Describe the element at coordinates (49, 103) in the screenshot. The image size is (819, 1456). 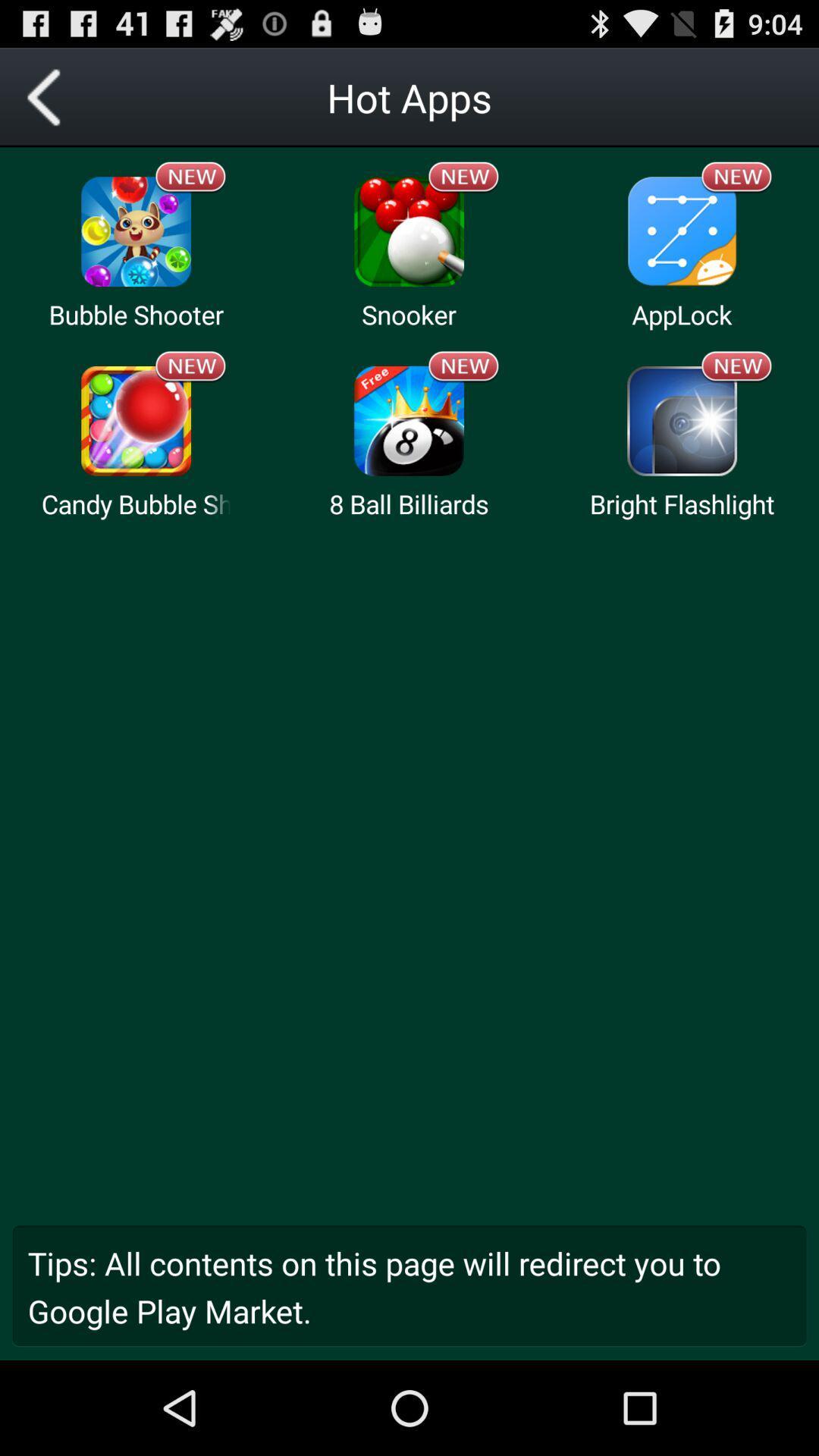
I see `the arrow_backward icon` at that location.